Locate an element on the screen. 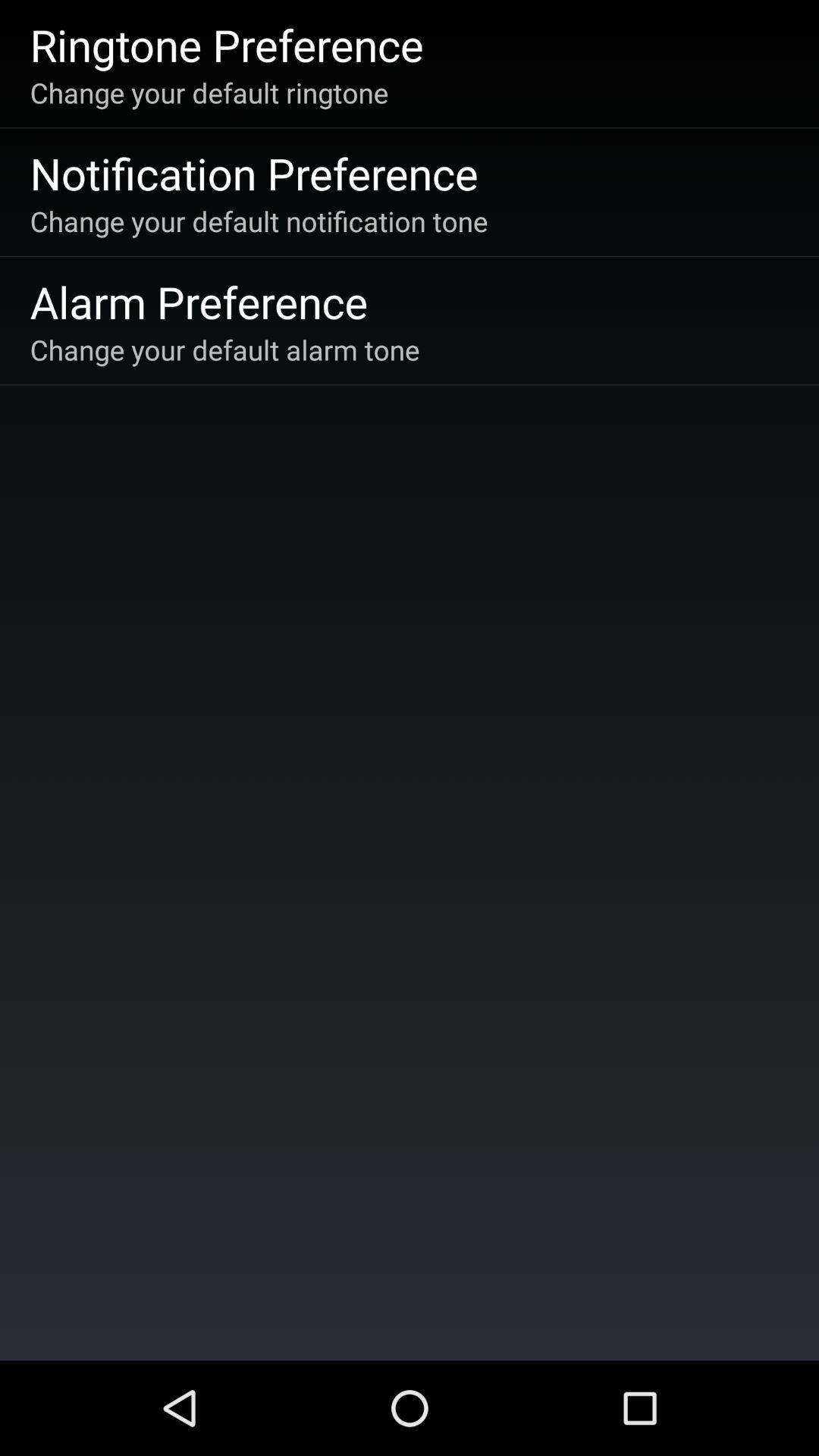  the notification preference item is located at coordinates (253, 173).